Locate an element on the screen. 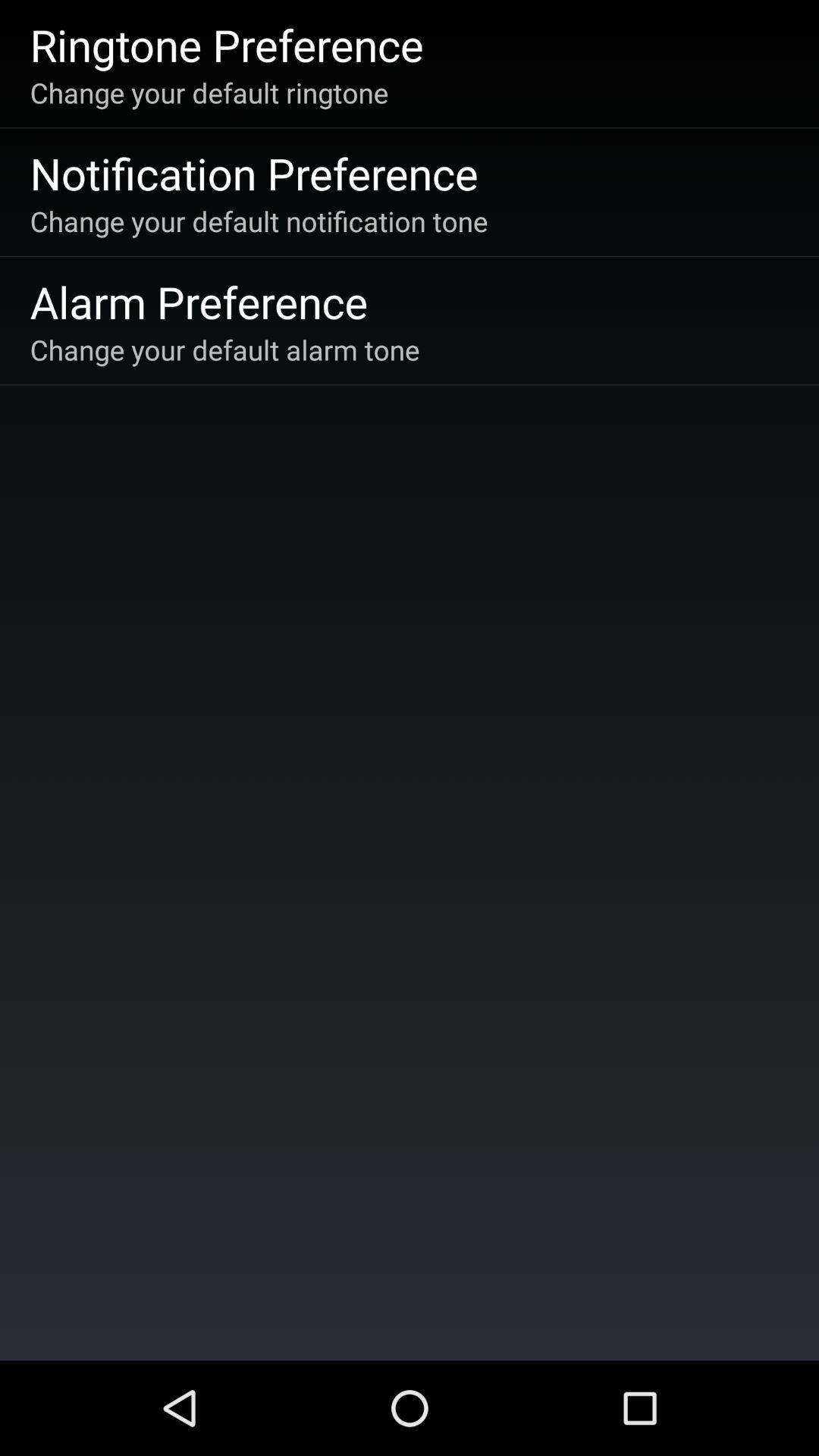  the notification preference item is located at coordinates (253, 173).